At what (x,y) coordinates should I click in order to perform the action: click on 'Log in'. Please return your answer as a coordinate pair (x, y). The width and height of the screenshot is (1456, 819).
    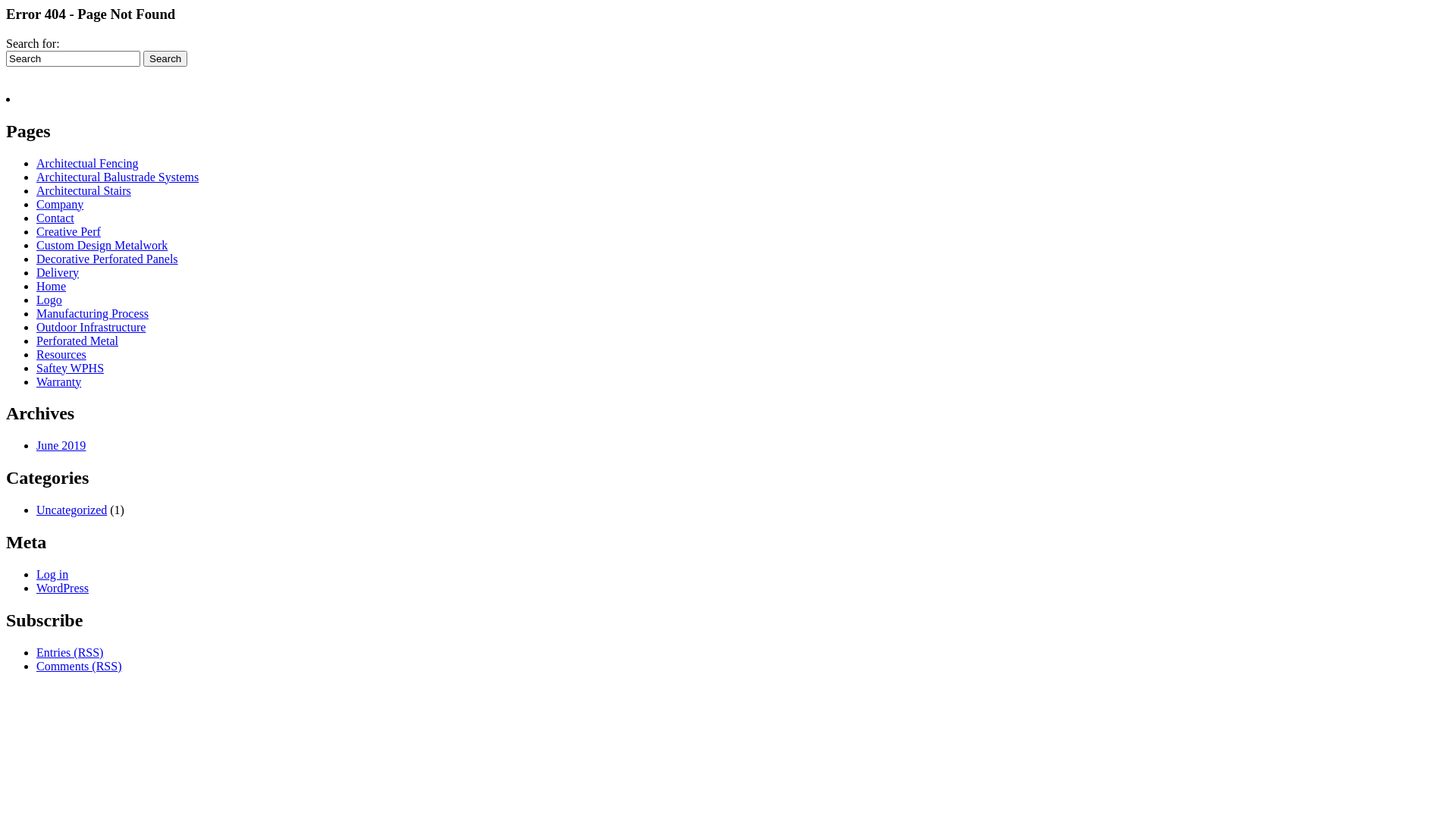
    Looking at the image, I should click on (52, 574).